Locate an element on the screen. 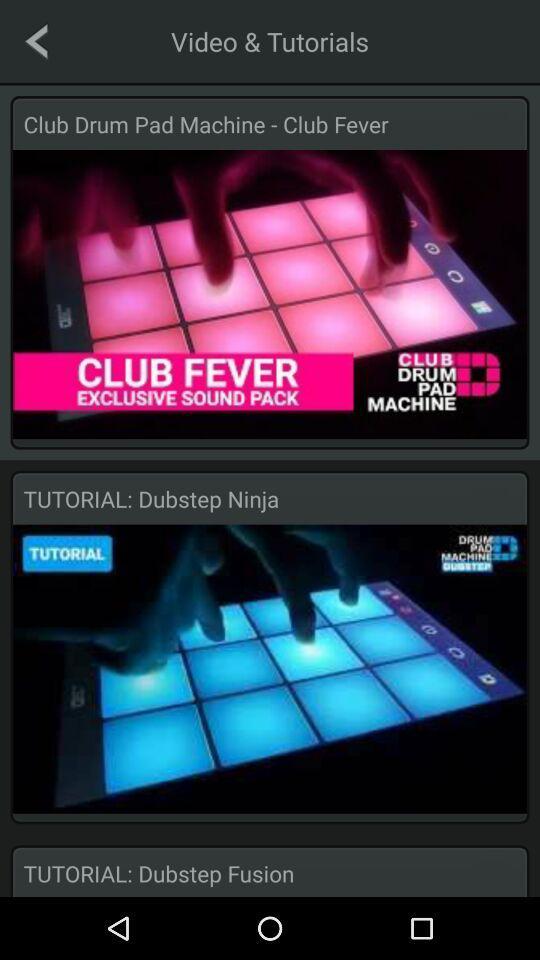 The height and width of the screenshot is (960, 540). go back is located at coordinates (36, 40).